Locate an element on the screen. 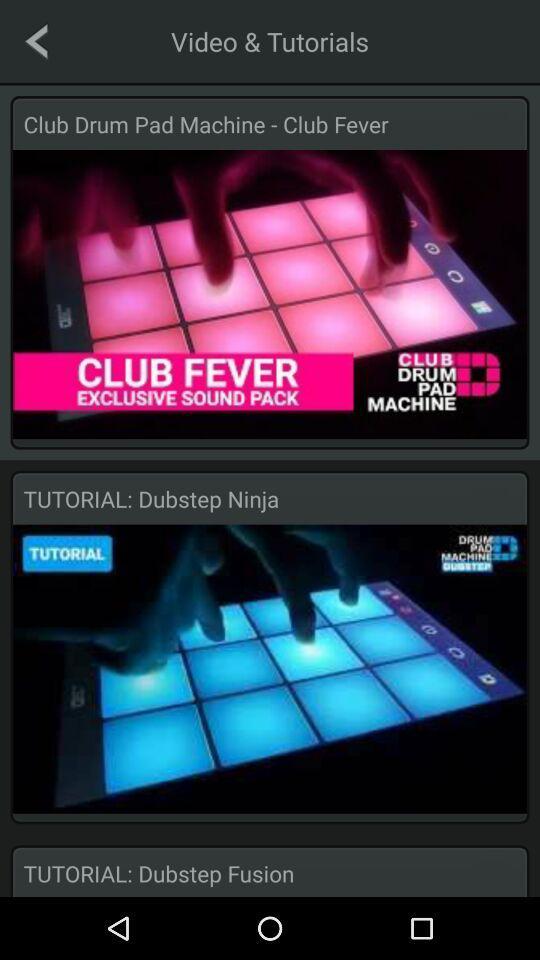 The height and width of the screenshot is (960, 540). go back is located at coordinates (36, 40).